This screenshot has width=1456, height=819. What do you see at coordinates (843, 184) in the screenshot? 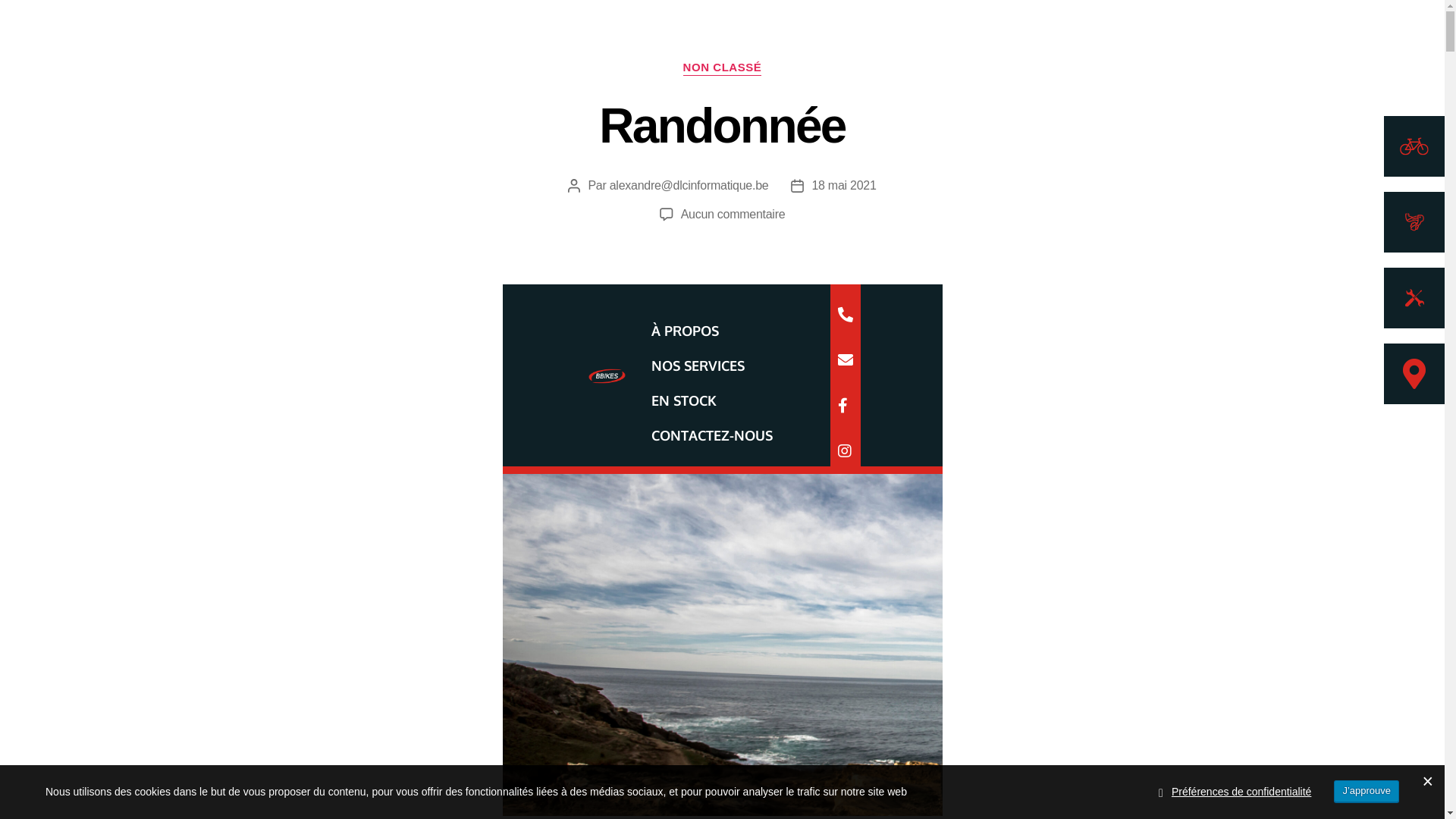
I see `'18 mai 2021'` at bounding box center [843, 184].